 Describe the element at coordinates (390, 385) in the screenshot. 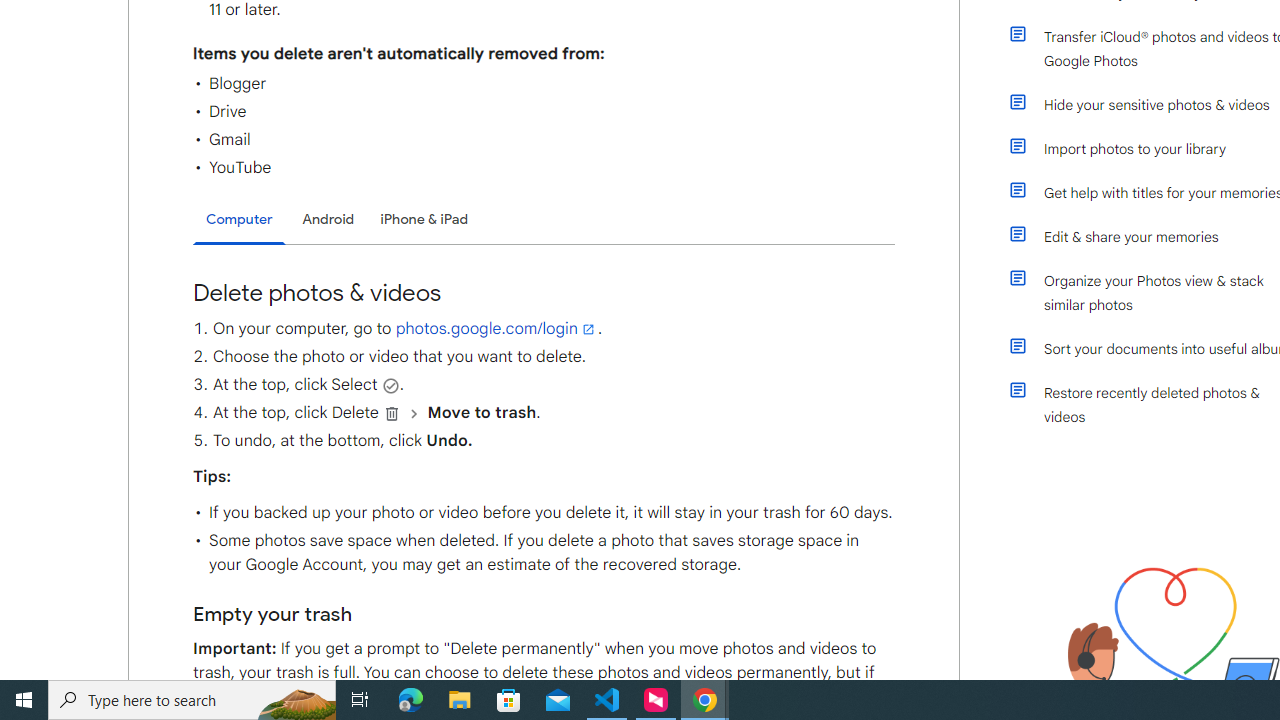

I see `'Select'` at that location.